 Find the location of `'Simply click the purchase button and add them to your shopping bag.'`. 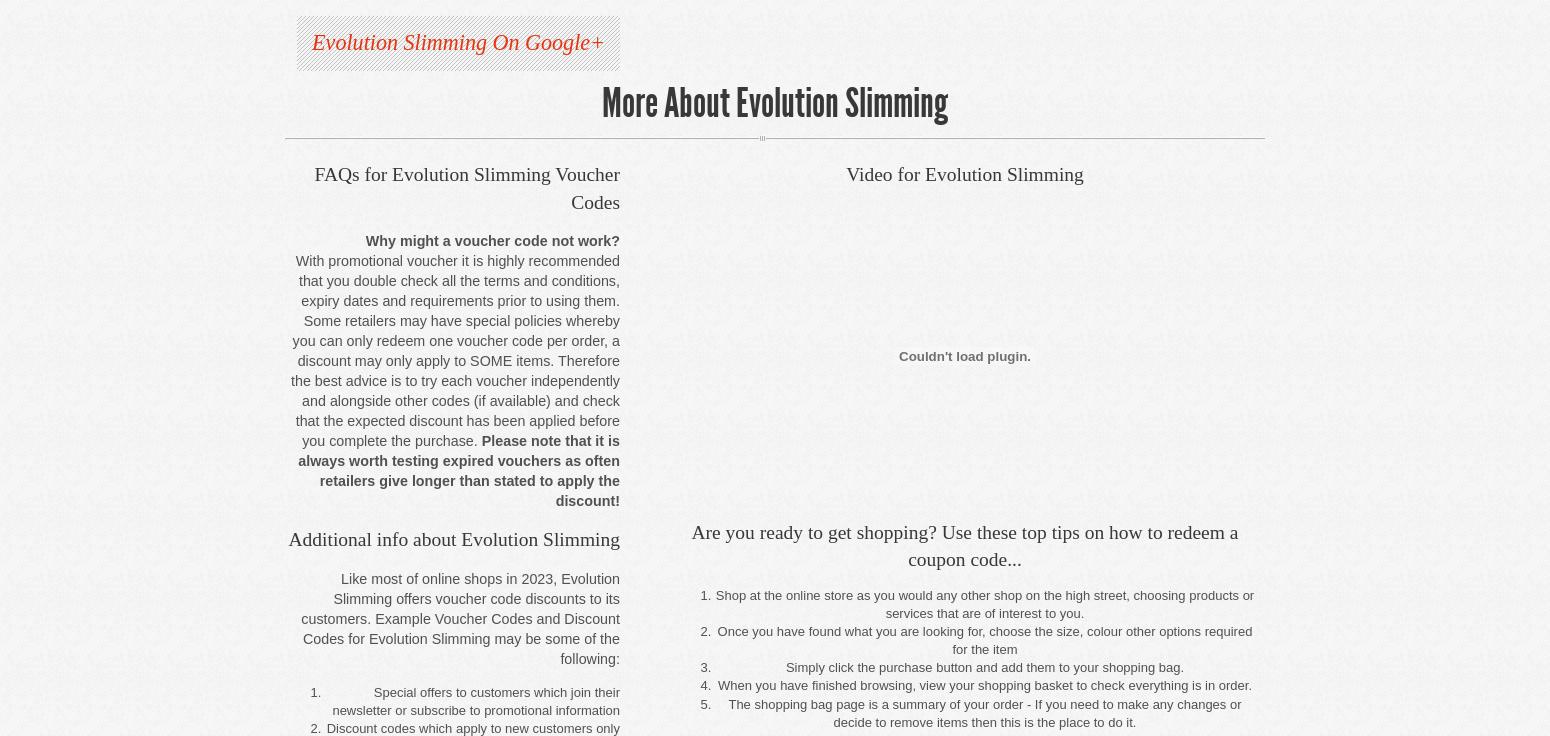

'Simply click the purchase button and add them to your shopping bag.' is located at coordinates (983, 666).